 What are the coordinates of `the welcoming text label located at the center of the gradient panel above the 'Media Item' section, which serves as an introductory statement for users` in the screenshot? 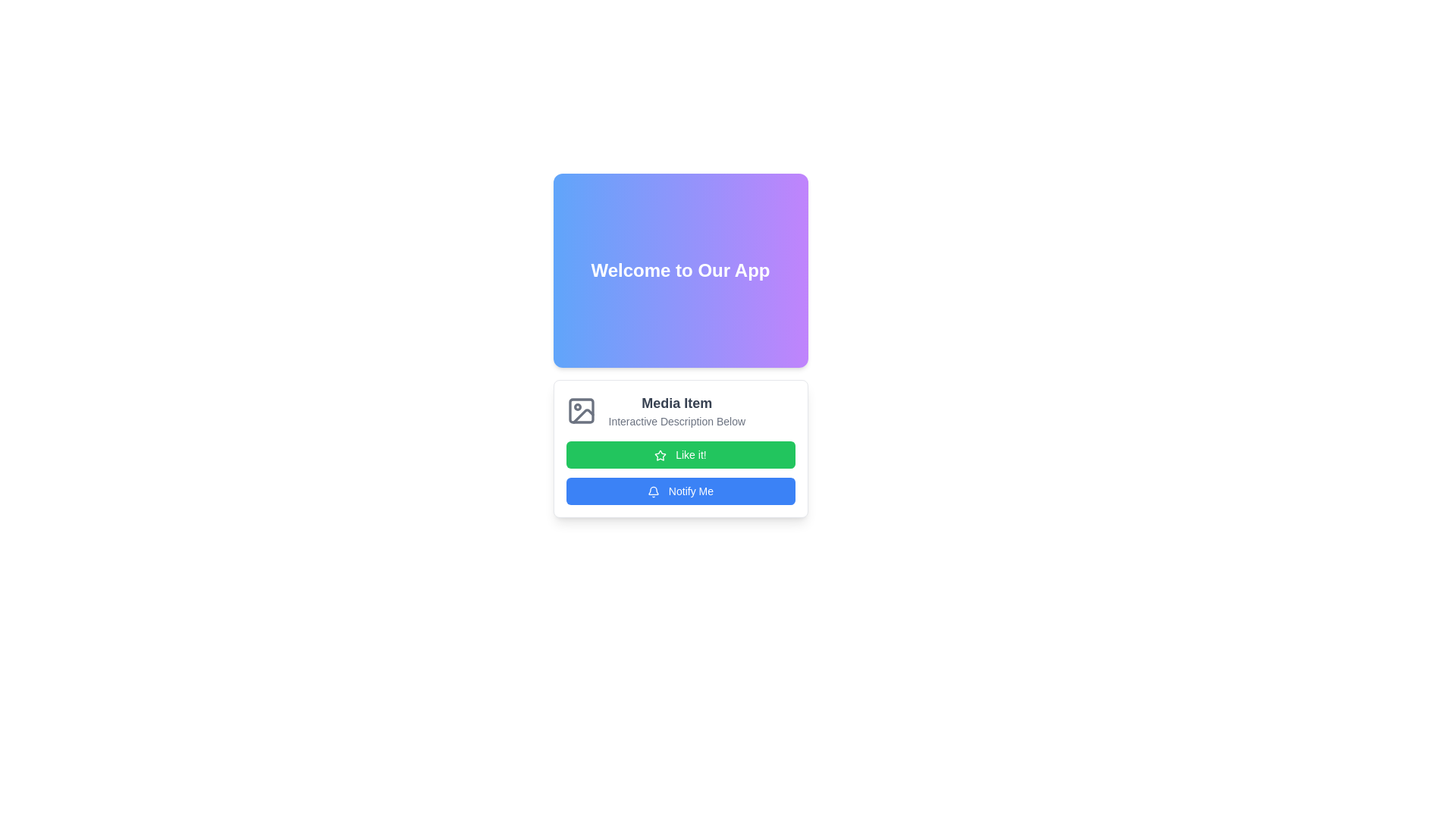 It's located at (679, 270).